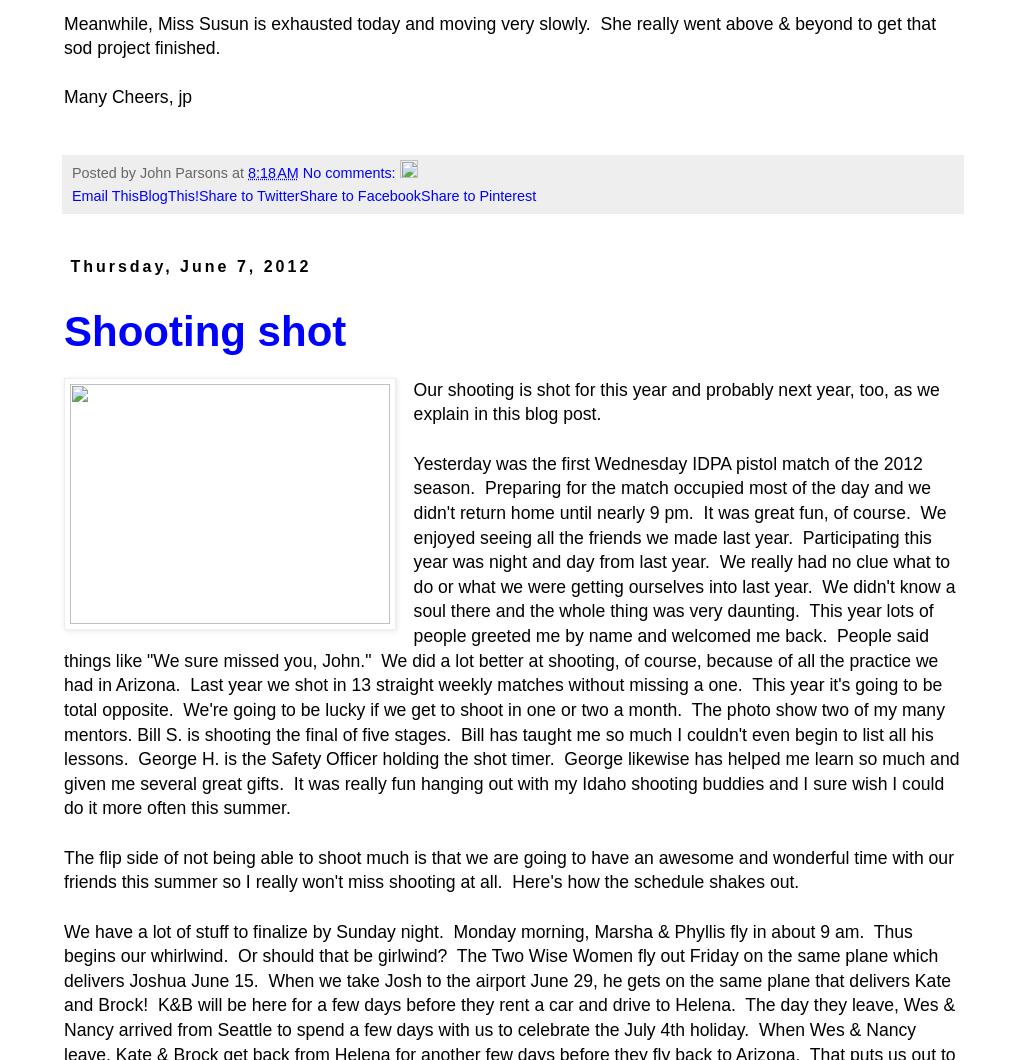  I want to click on 'Thursday, June 7, 2012', so click(70, 266).